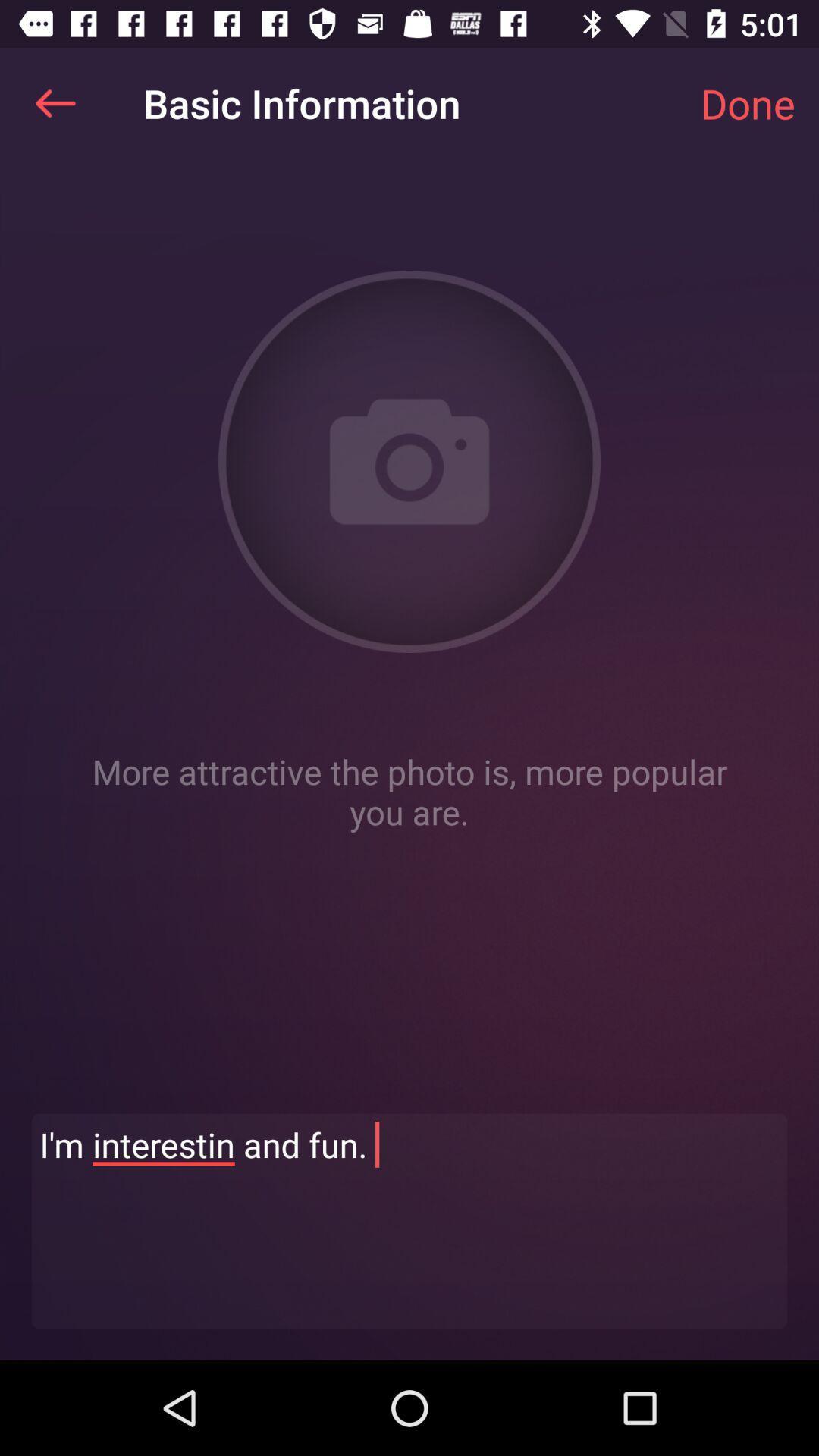  What do you see at coordinates (409, 461) in the screenshot?
I see `photo` at bounding box center [409, 461].